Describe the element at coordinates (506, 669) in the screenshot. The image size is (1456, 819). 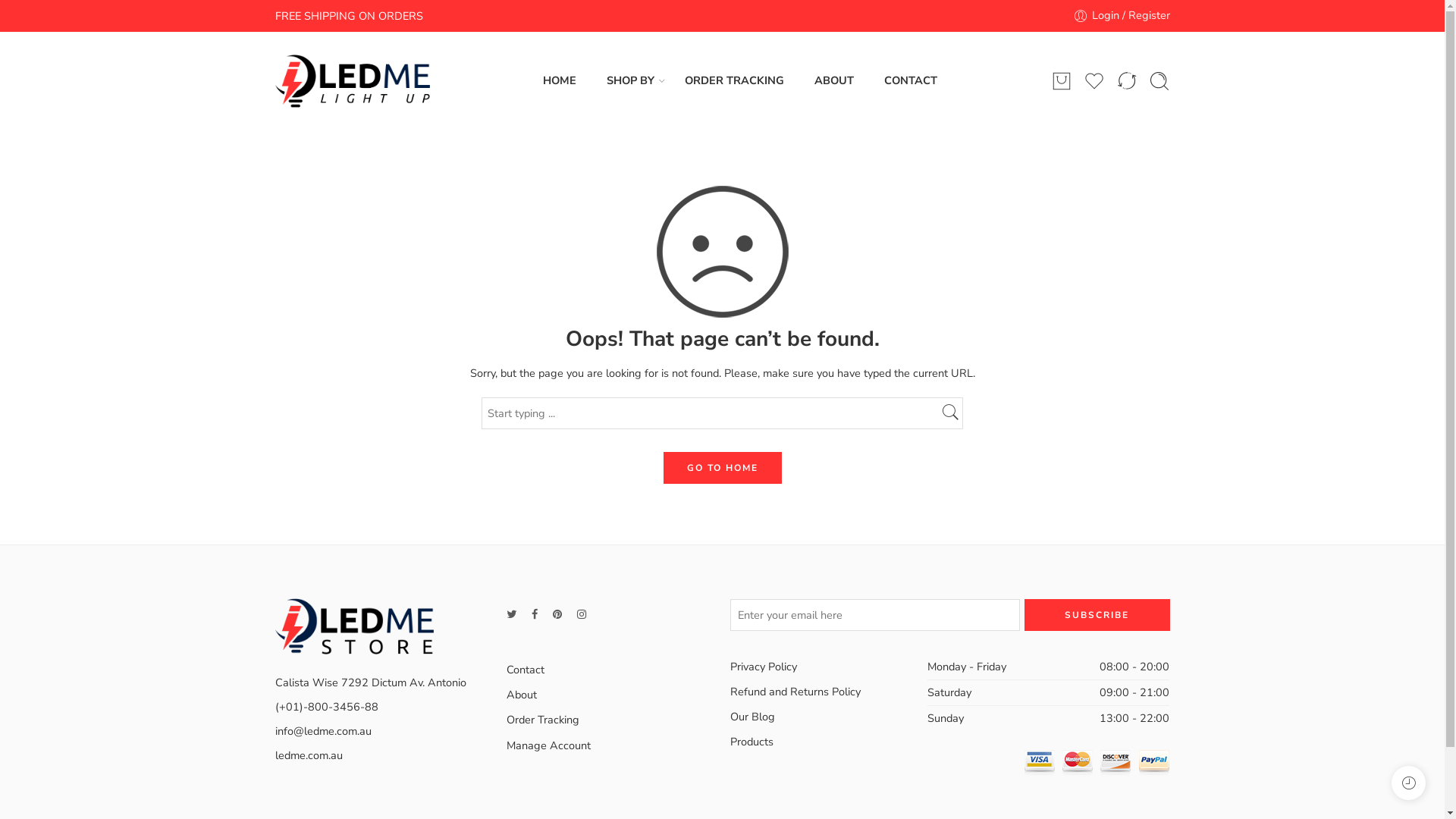
I see `'Contact'` at that location.